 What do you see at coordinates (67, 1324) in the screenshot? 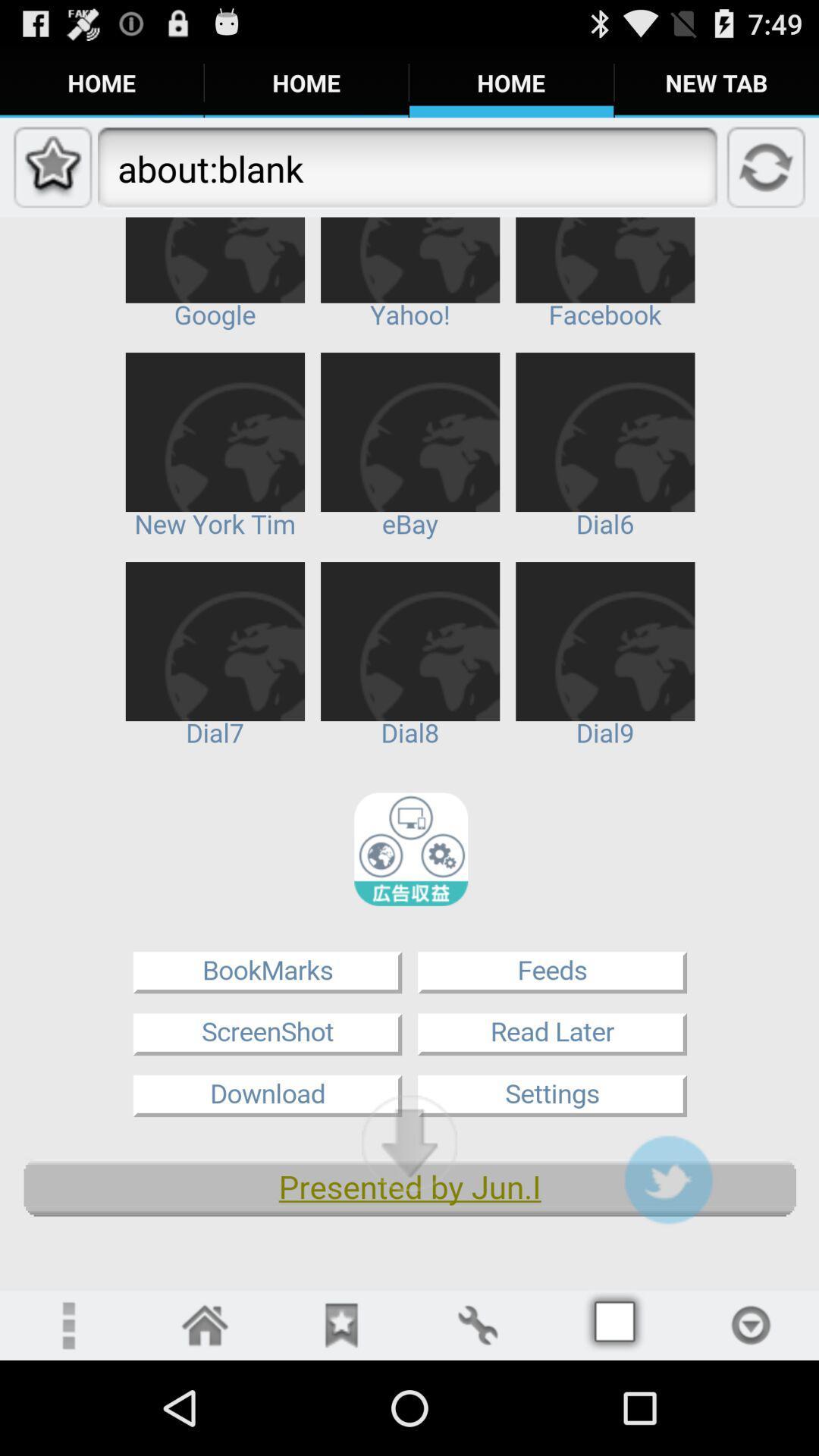
I see `open more settings` at bounding box center [67, 1324].